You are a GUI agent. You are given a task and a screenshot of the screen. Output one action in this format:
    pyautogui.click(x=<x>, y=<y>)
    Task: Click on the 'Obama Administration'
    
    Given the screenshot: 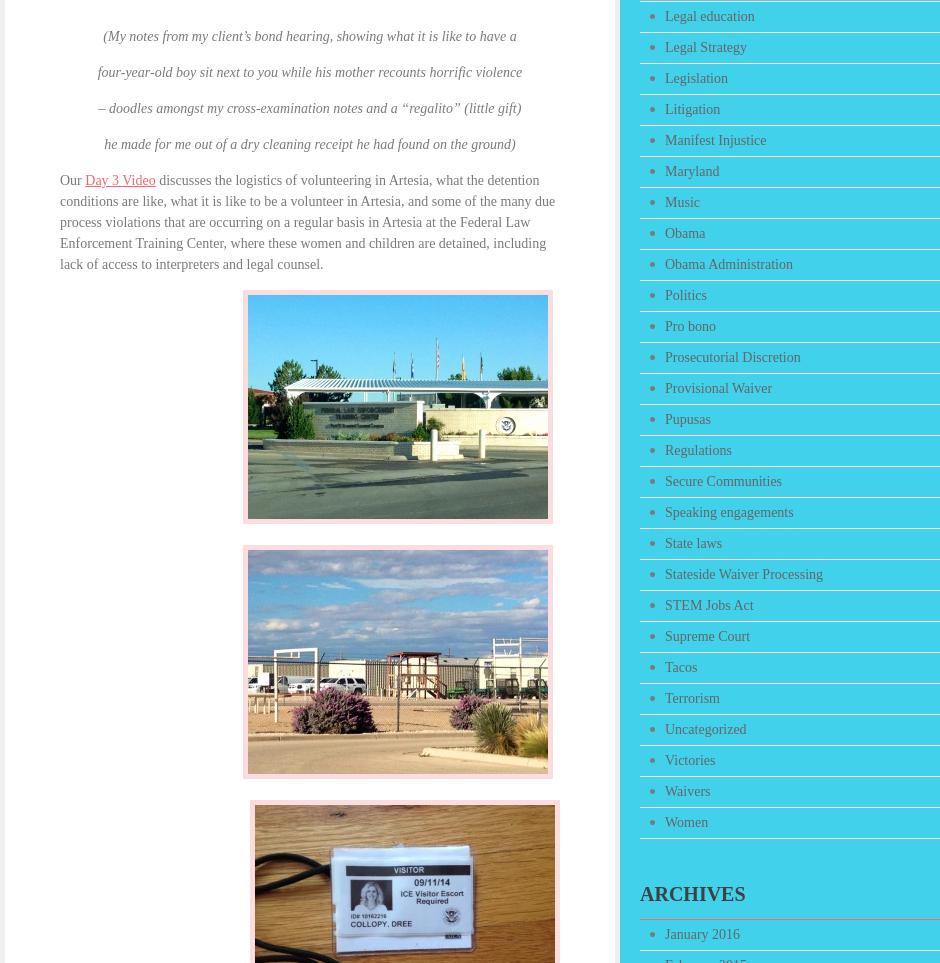 What is the action you would take?
    pyautogui.click(x=664, y=263)
    